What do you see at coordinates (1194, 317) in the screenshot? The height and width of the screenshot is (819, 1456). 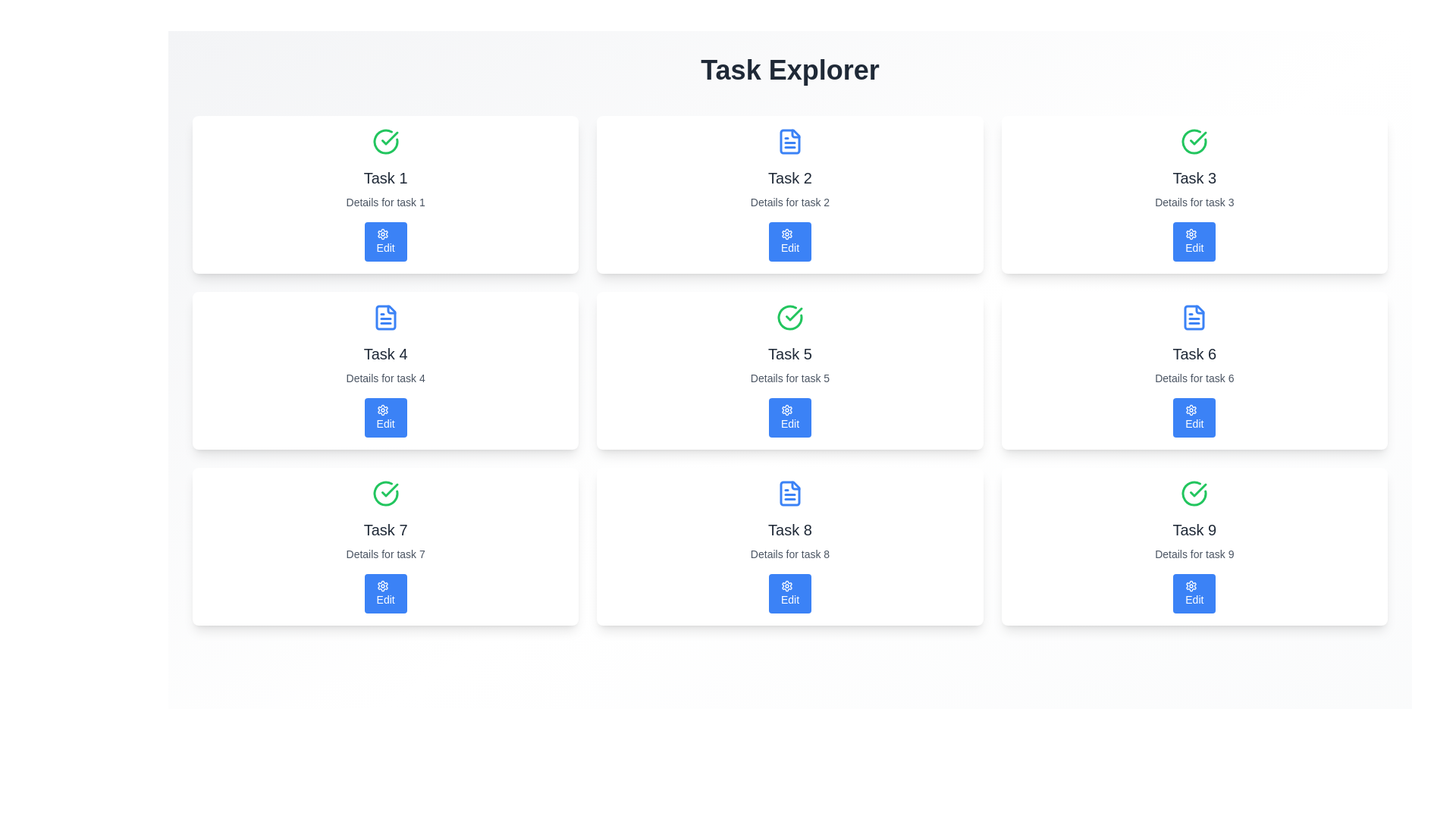 I see `the document icon with a blue outline and stylized text lines, located in the 'Task 6' card, second row, middle column` at bounding box center [1194, 317].